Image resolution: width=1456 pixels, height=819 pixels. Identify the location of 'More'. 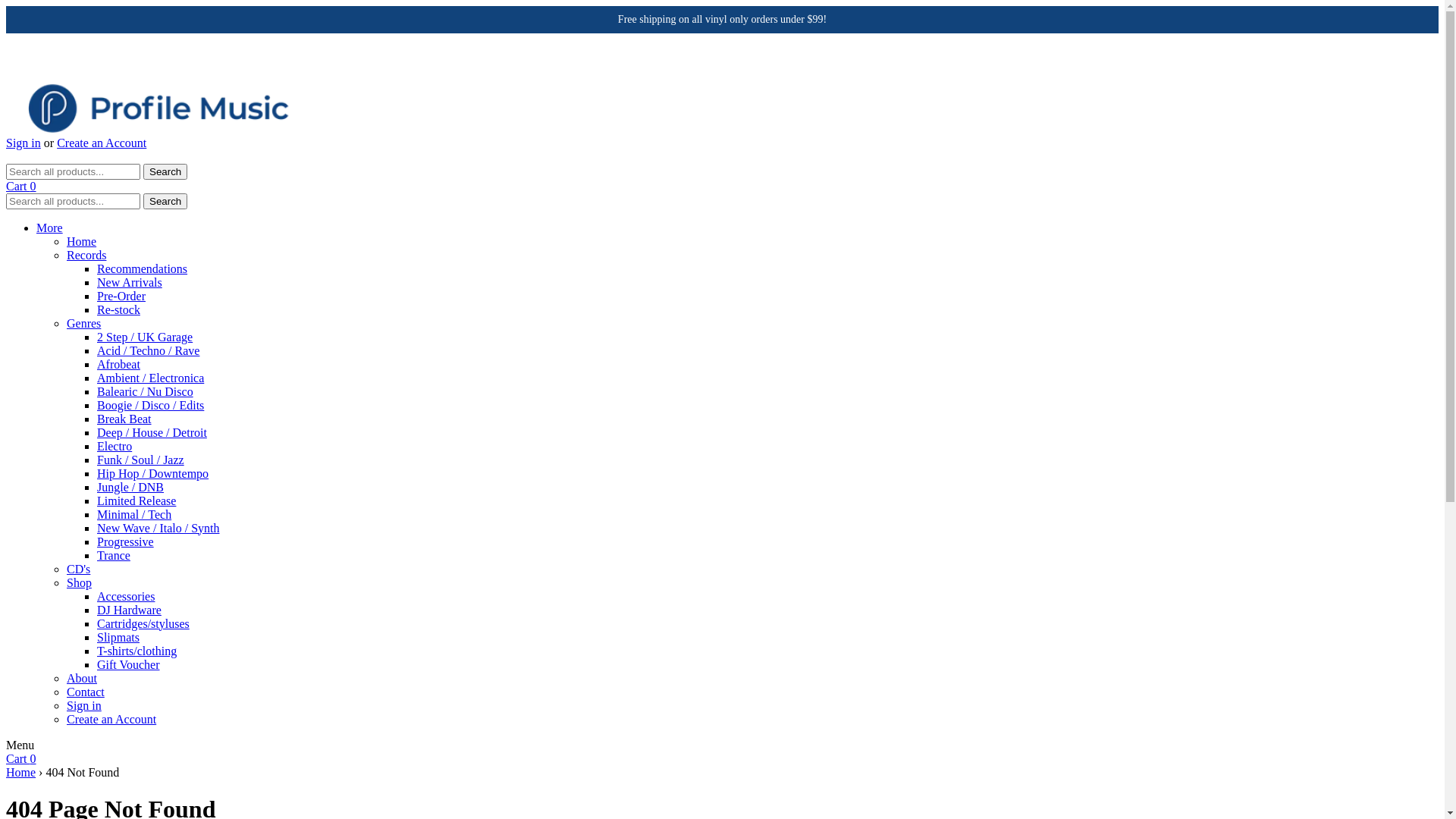
(49, 227).